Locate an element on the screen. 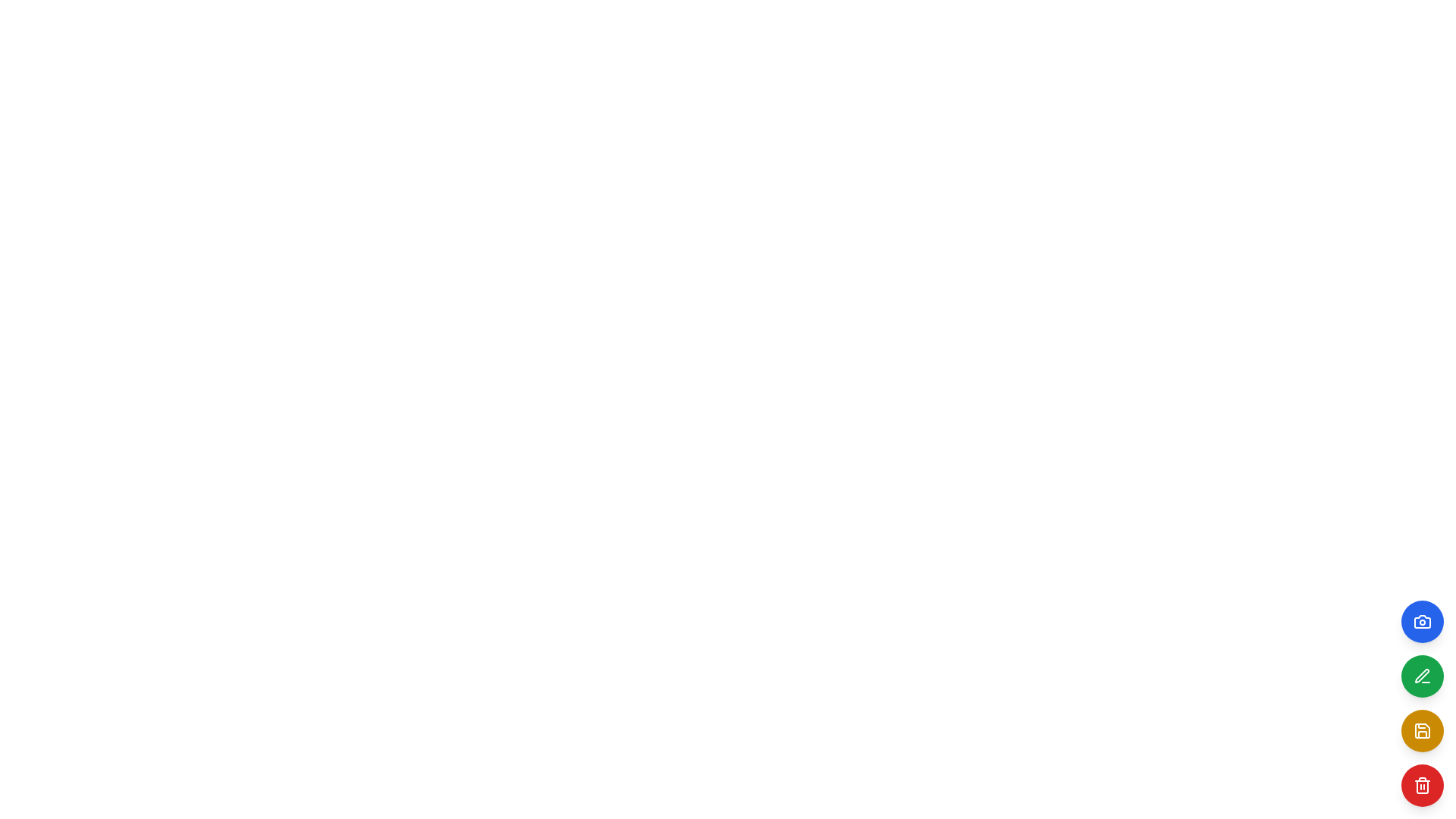  the circular blue button with a white camera icon is located at coordinates (1422, 622).